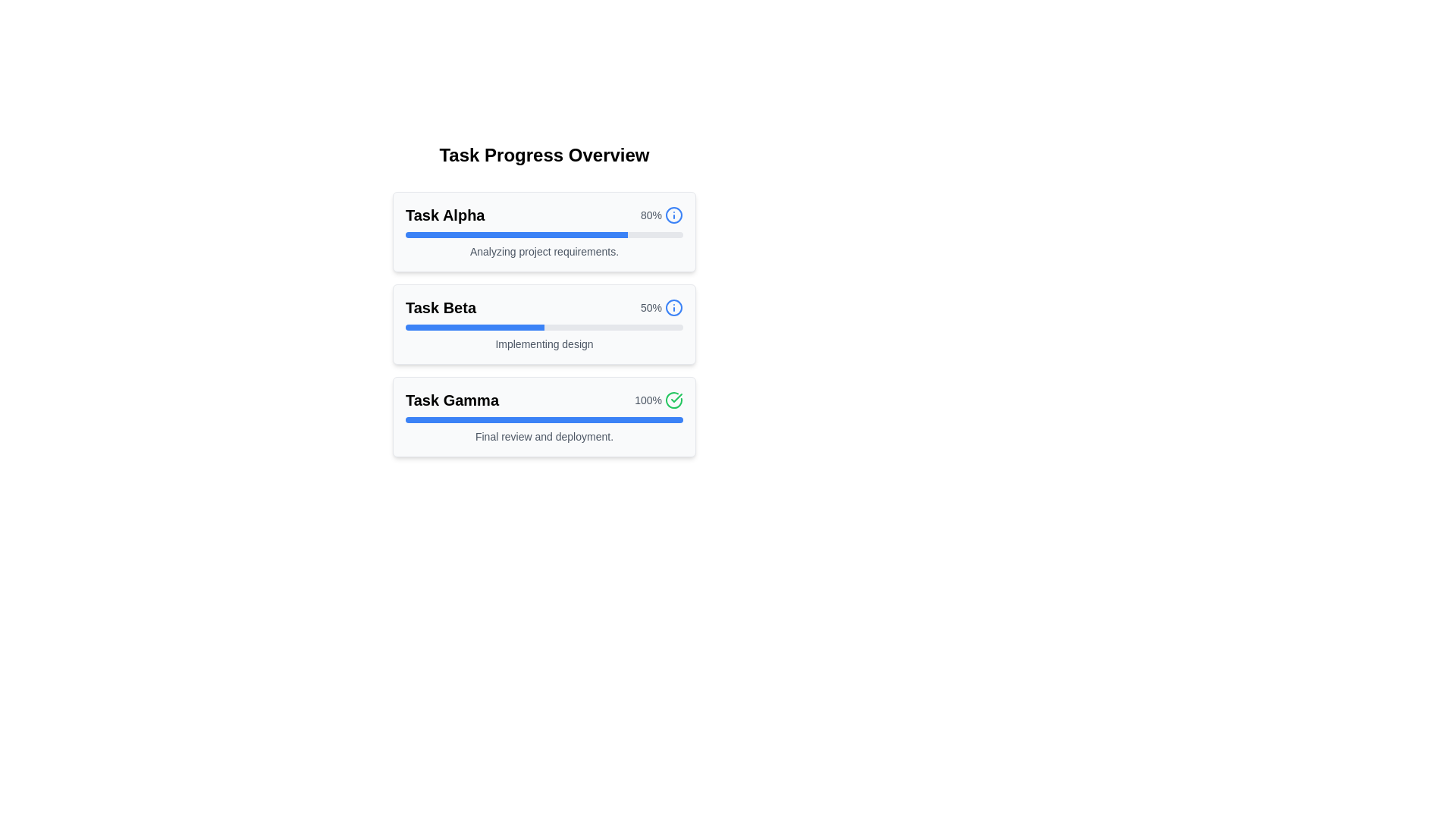  What do you see at coordinates (673, 215) in the screenshot?
I see `the Circle element in the SVG graphic that represents task progress for 'Task Beta', located in the second row` at bounding box center [673, 215].